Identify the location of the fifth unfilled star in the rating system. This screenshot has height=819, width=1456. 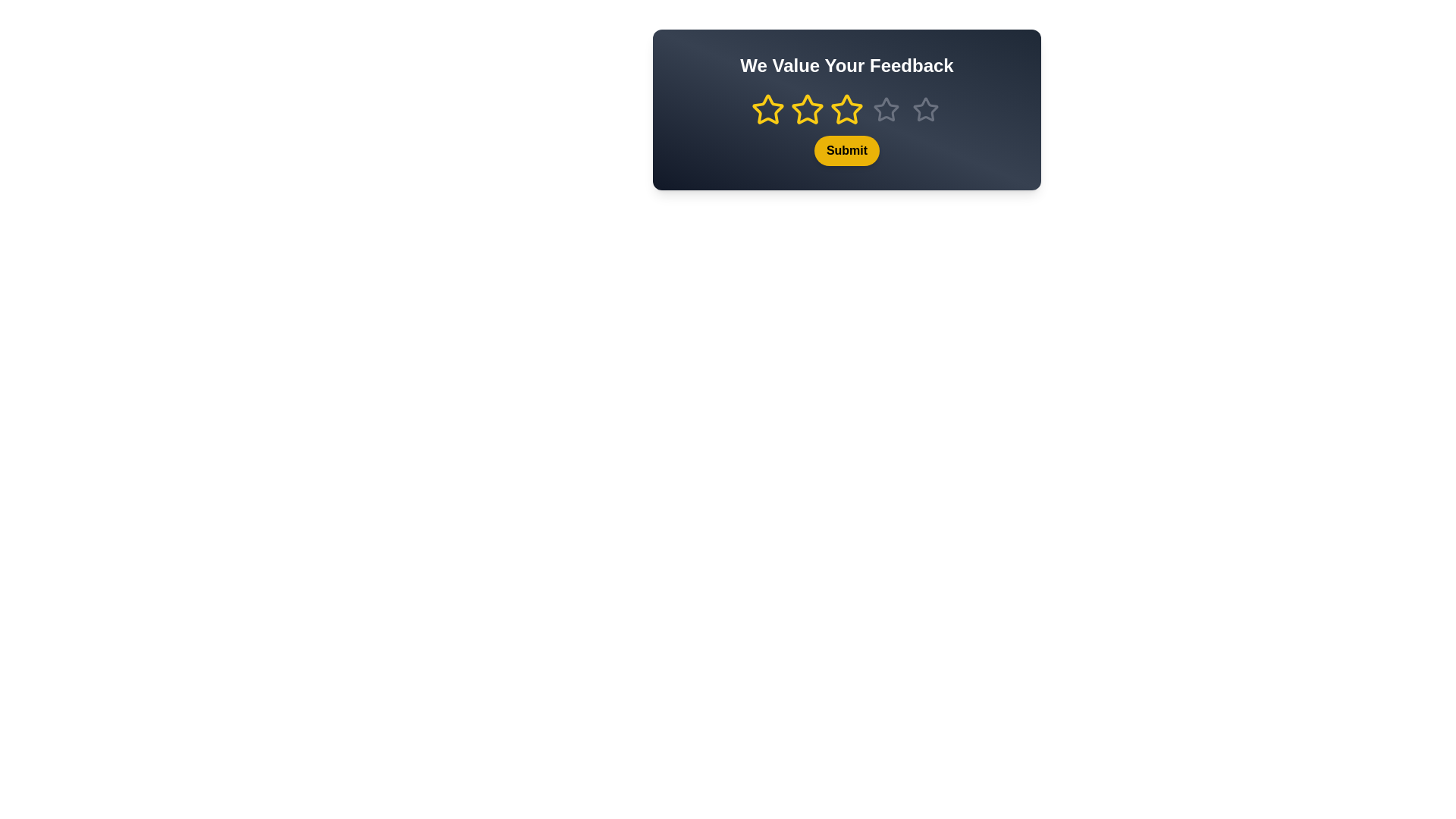
(924, 109).